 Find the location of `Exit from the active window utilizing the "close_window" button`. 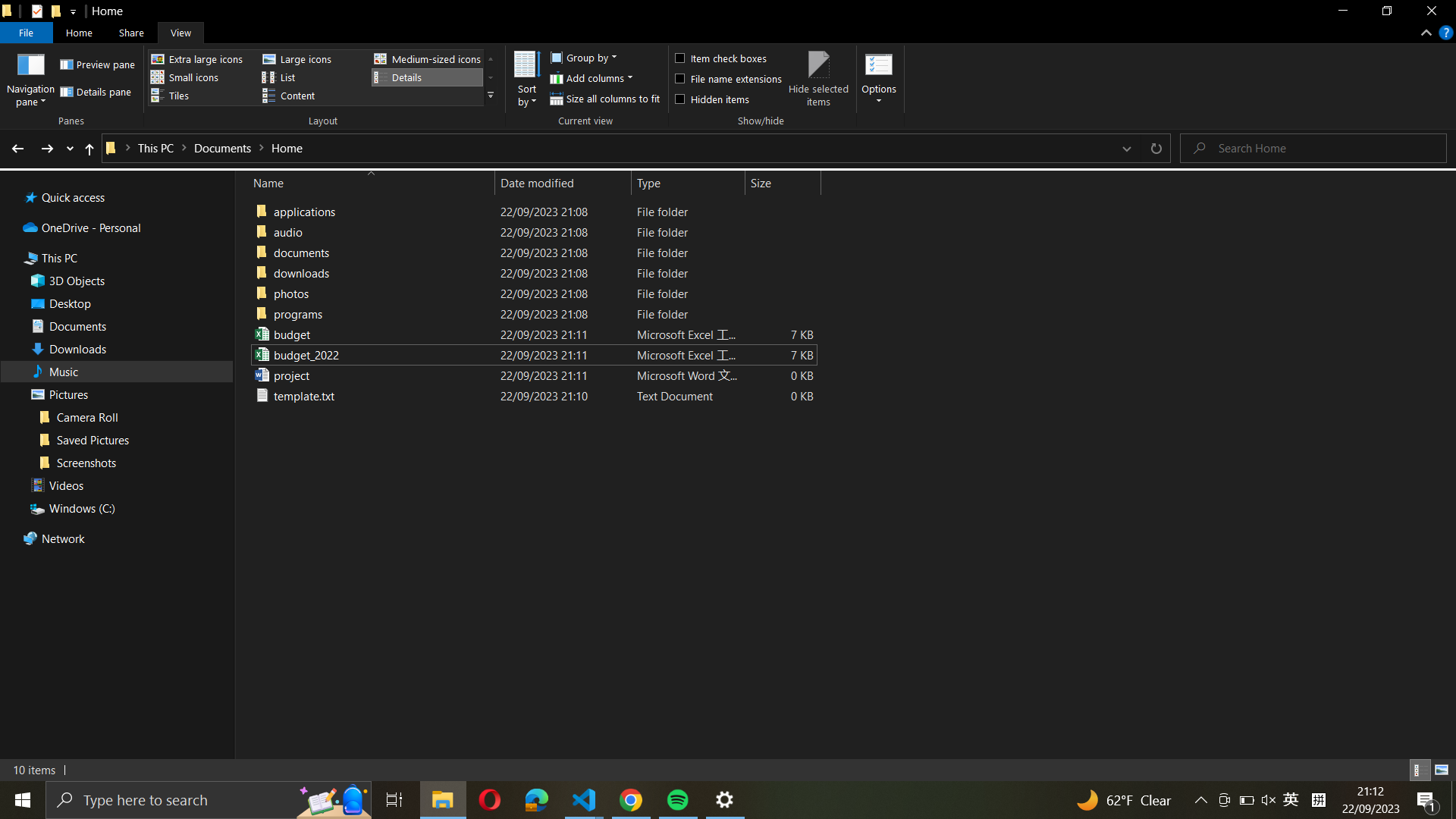

Exit from the active window utilizing the "close_window" button is located at coordinates (1430, 13).